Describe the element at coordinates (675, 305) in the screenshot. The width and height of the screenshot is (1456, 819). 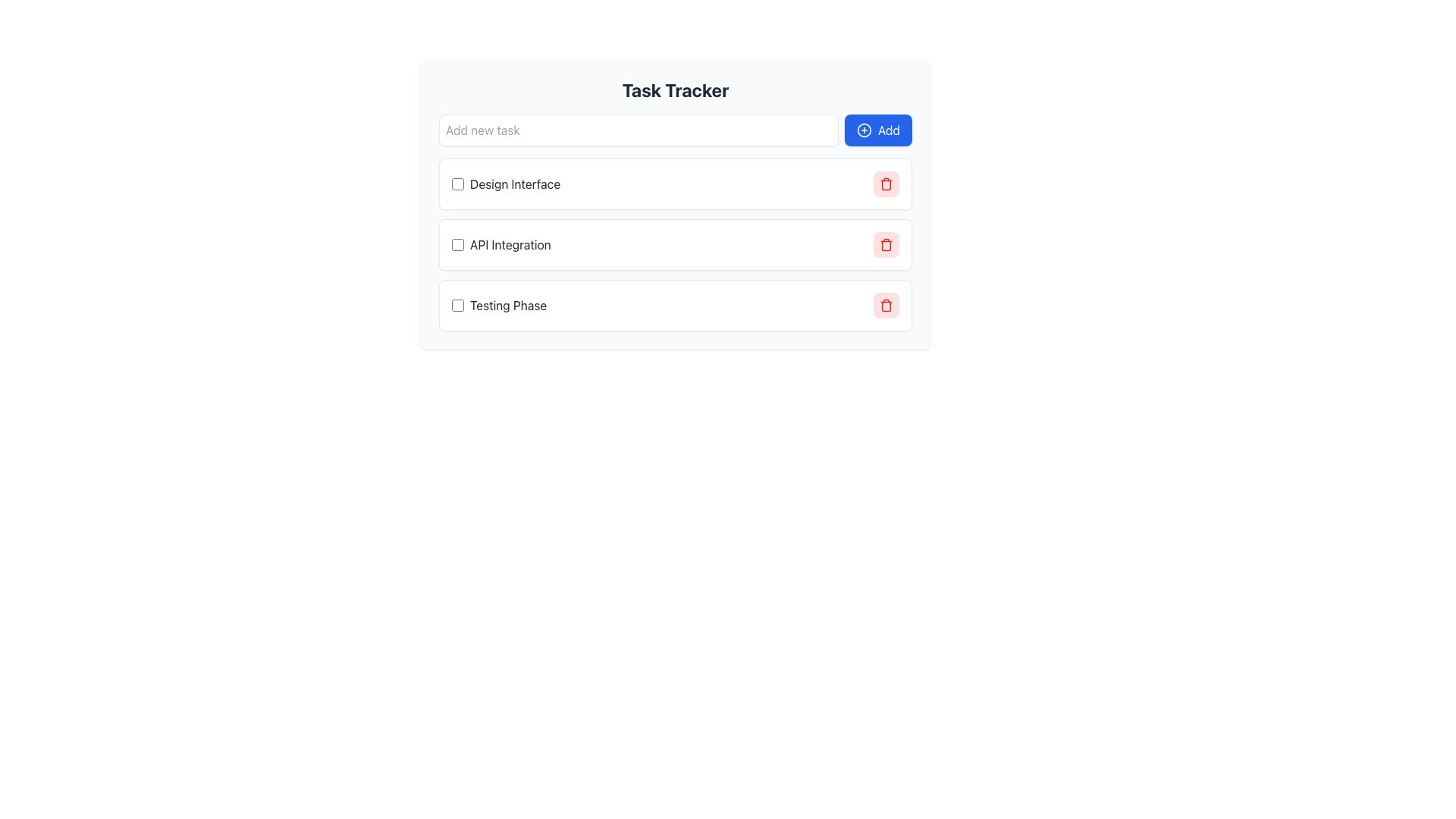
I see `the checkbox located next to the 'Testing Phase' task item to mark it as complete` at that location.